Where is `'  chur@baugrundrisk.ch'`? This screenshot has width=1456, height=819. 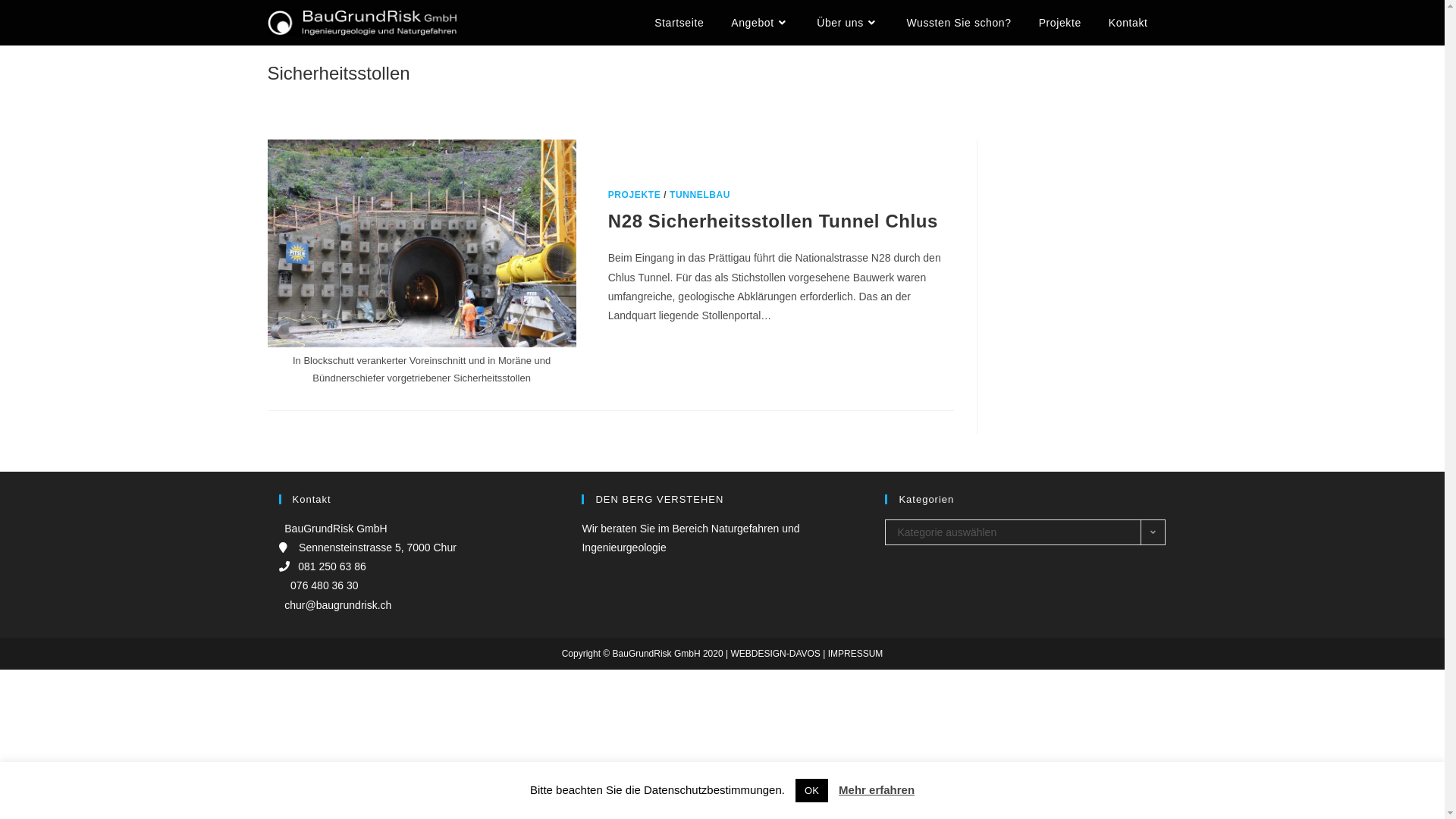 '  chur@baugrundrisk.ch' is located at coordinates (334, 604).